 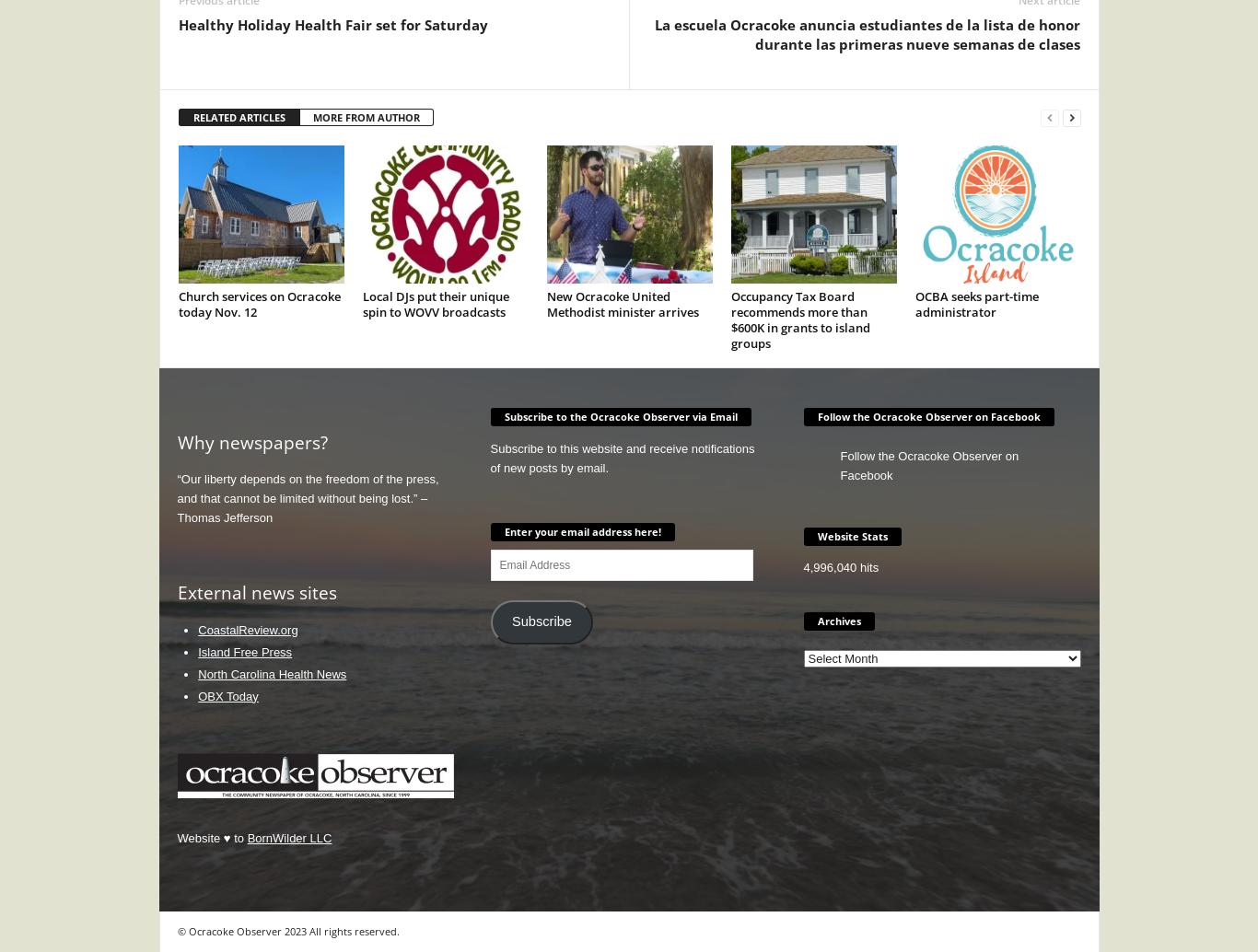 I want to click on 'New Ocracoke United Methodist minister arrives', so click(x=621, y=302).